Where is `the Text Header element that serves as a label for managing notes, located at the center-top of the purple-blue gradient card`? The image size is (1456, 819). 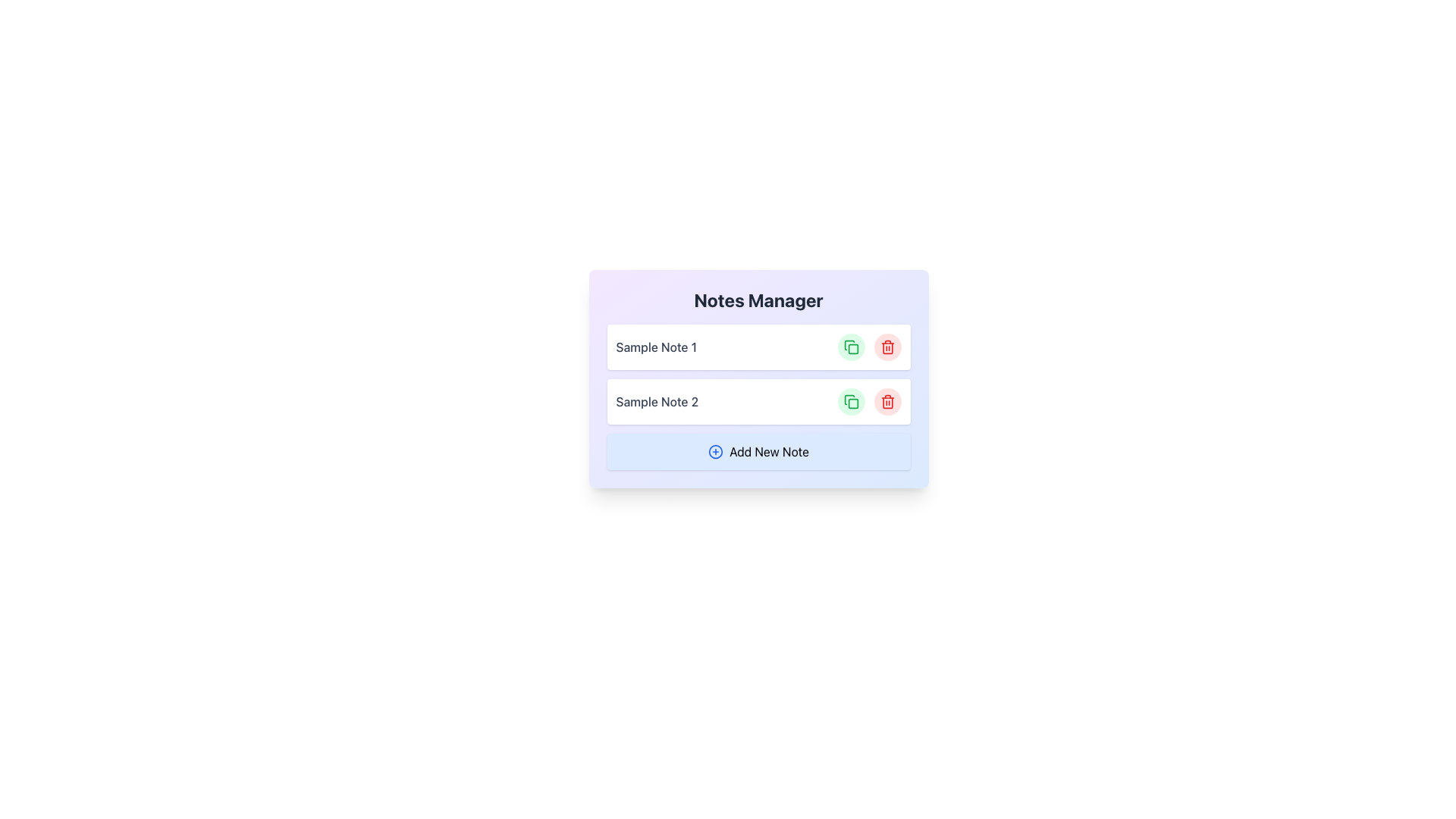 the Text Header element that serves as a label for managing notes, located at the center-top of the purple-blue gradient card is located at coordinates (758, 300).